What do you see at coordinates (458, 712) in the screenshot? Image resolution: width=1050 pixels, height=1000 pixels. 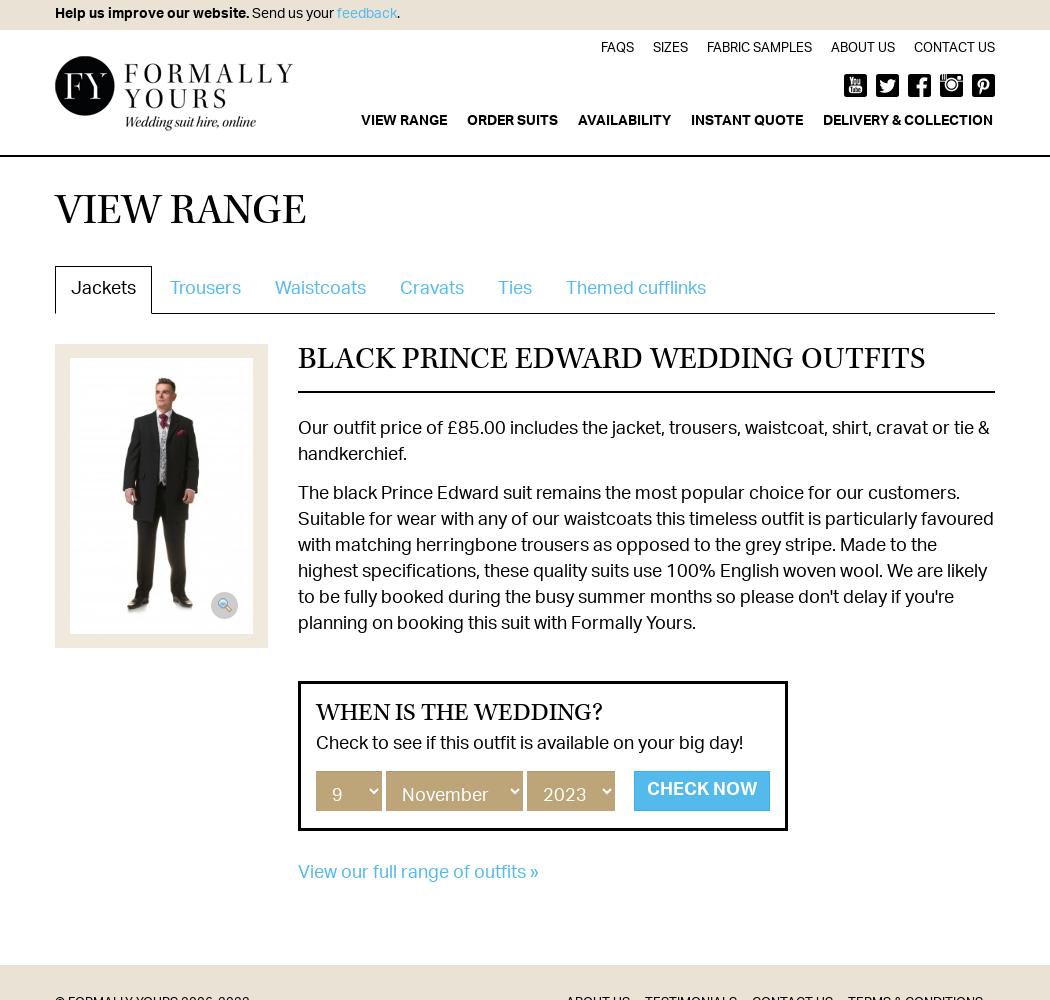 I see `'When is the wedding?'` at bounding box center [458, 712].